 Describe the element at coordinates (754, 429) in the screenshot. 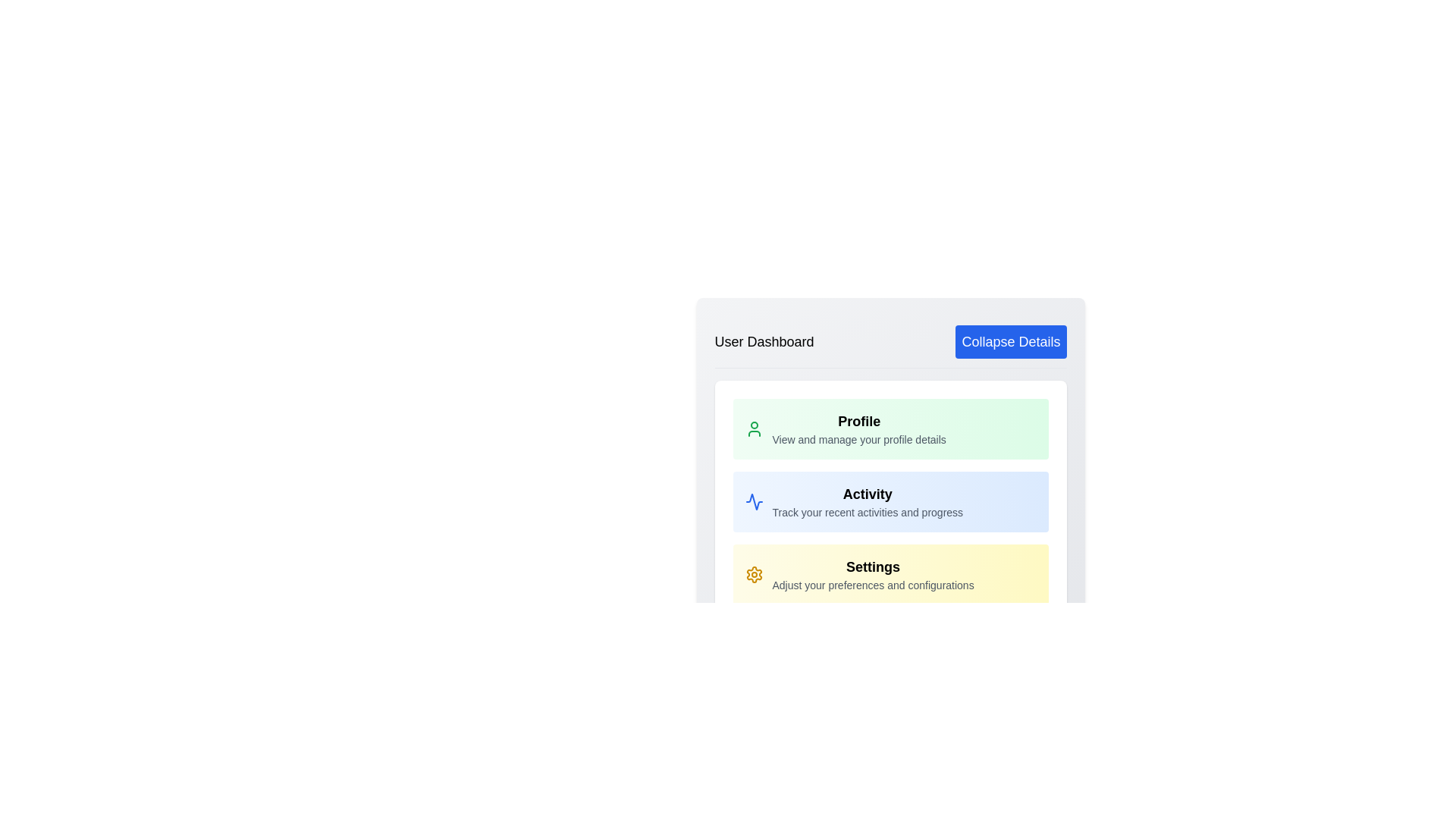

I see `the profile icon located at the top-left corner of the 'Profile' card, which is the first item above 'Activity' and 'Settings' cards` at that location.